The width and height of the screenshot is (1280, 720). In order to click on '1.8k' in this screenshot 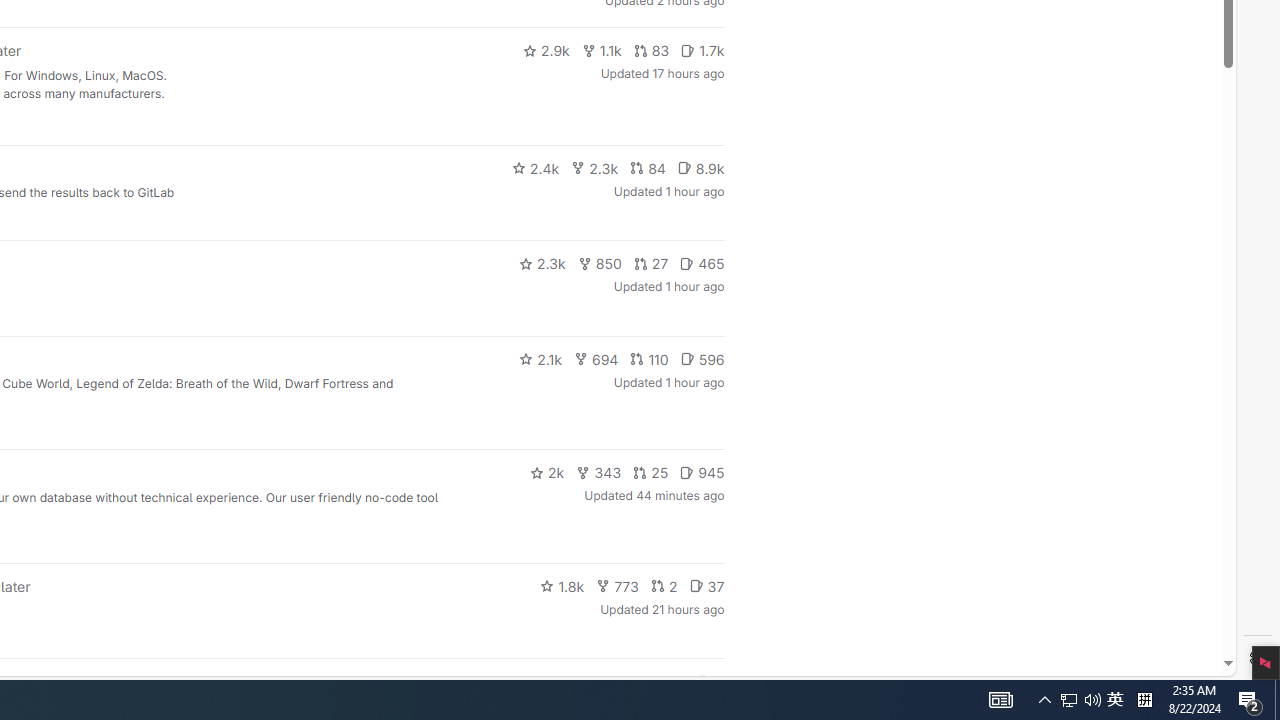, I will do `click(561, 585)`.